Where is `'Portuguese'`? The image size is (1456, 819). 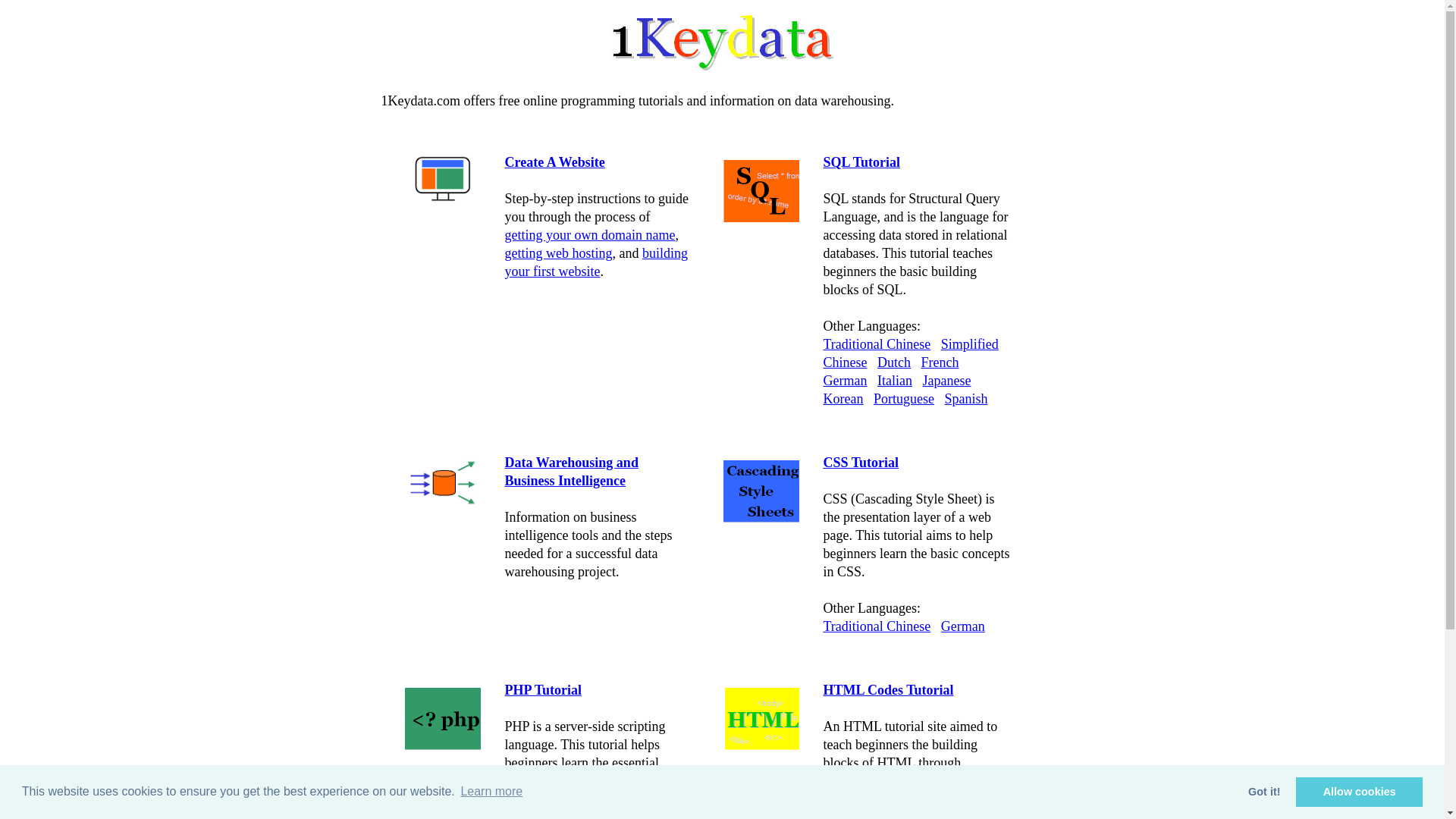
'Portuguese' is located at coordinates (903, 397).